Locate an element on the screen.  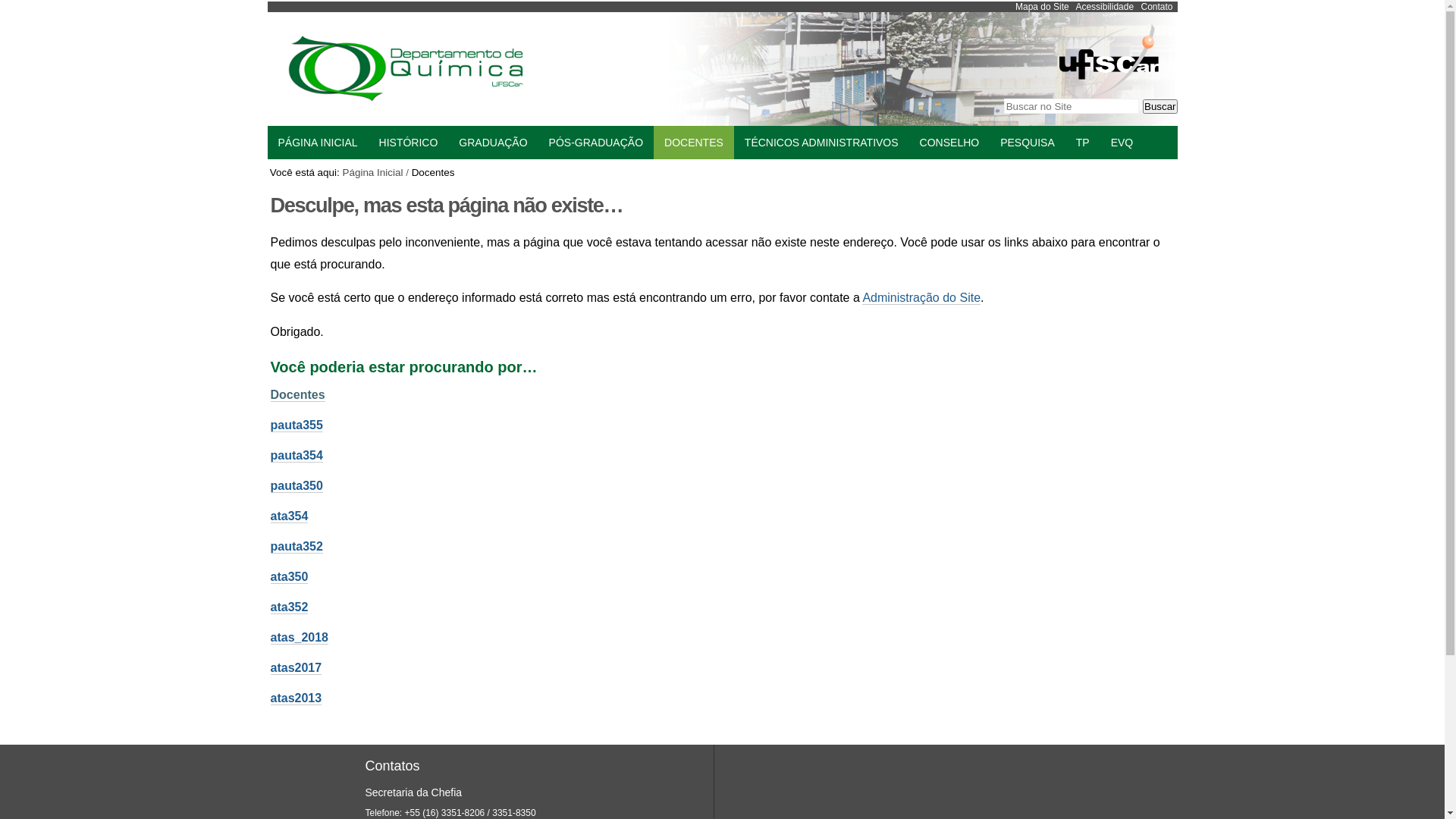
'Buscar' is located at coordinates (1159, 105).